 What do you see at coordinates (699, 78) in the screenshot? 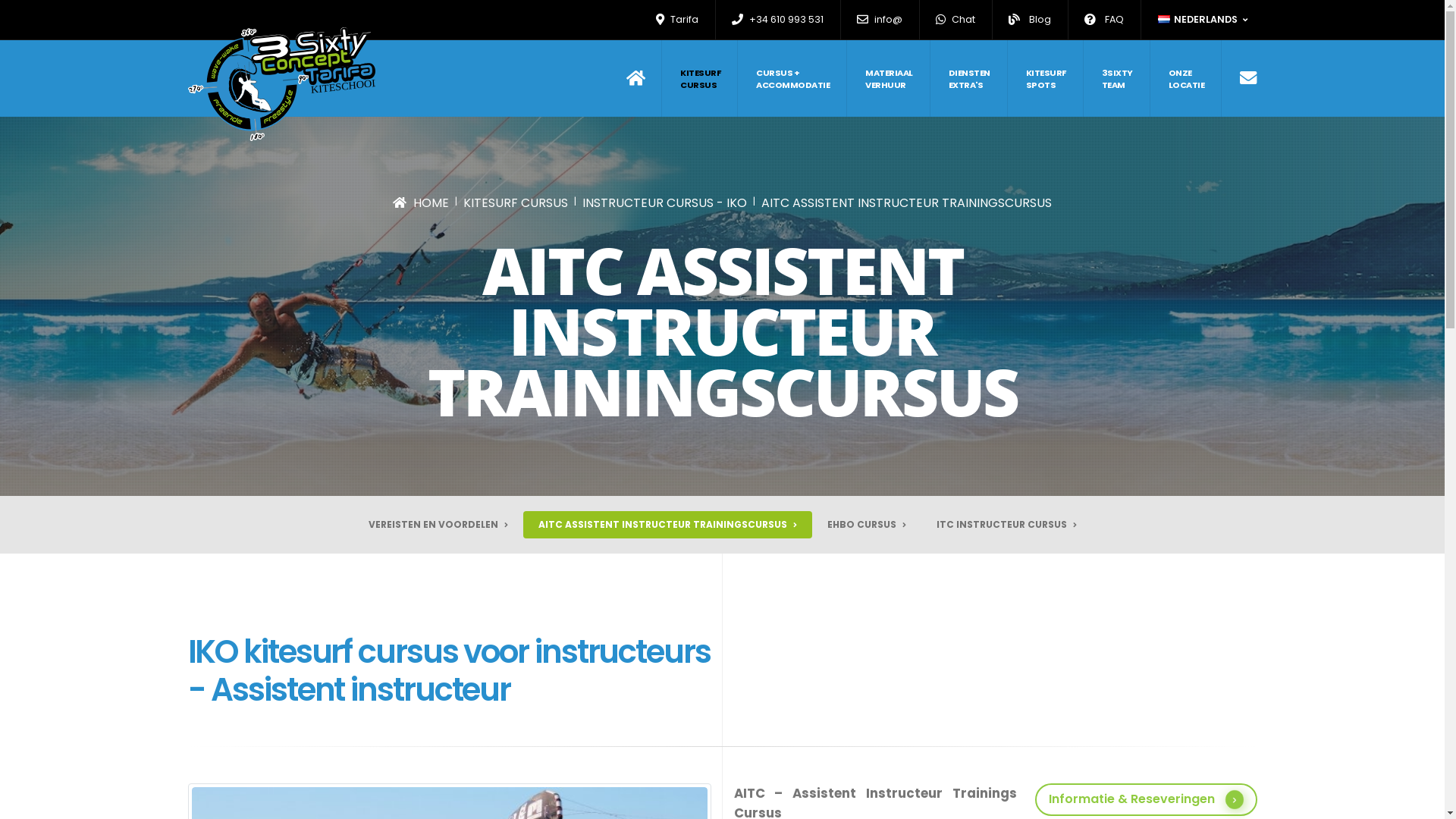
I see `'KITESURF CURSUS'` at bounding box center [699, 78].